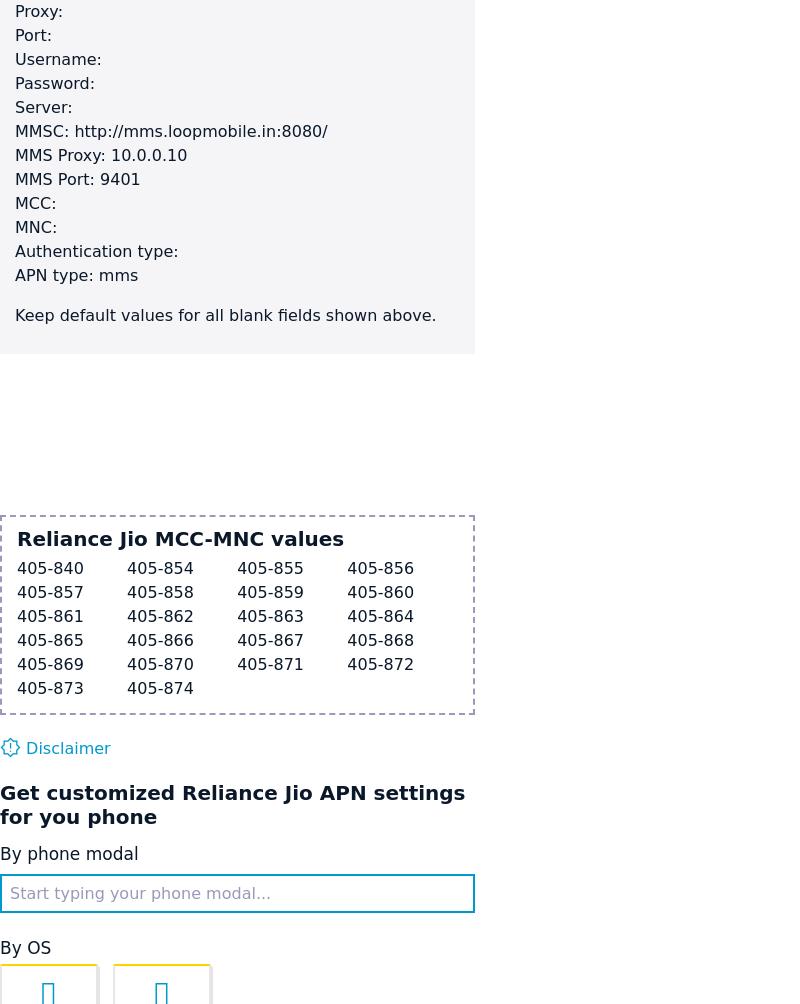 The width and height of the screenshot is (800, 1004). Describe the element at coordinates (34, 202) in the screenshot. I see `'MCC:'` at that location.